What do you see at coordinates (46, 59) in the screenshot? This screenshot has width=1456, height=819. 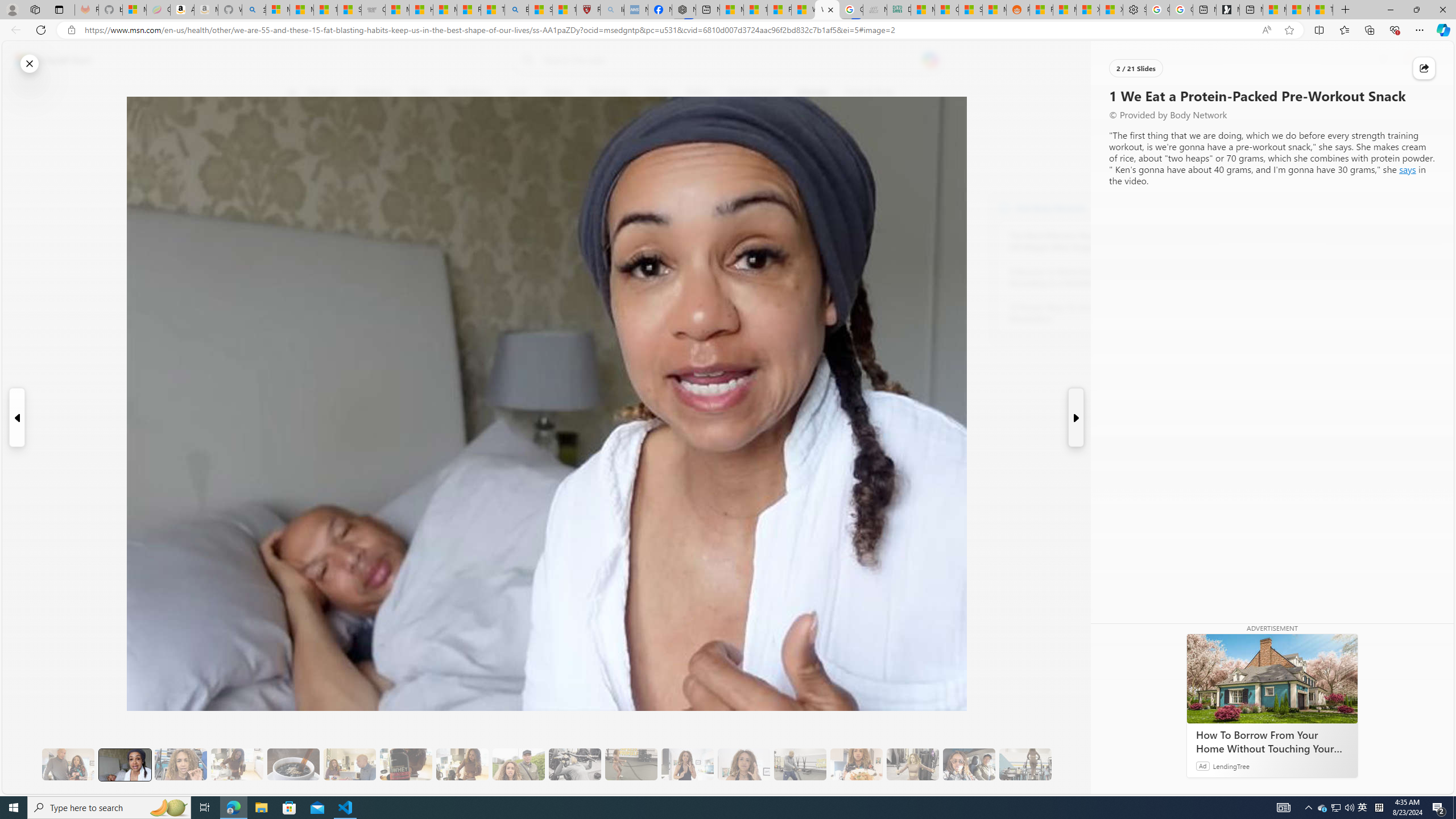 I see `'Skip to footer'` at bounding box center [46, 59].